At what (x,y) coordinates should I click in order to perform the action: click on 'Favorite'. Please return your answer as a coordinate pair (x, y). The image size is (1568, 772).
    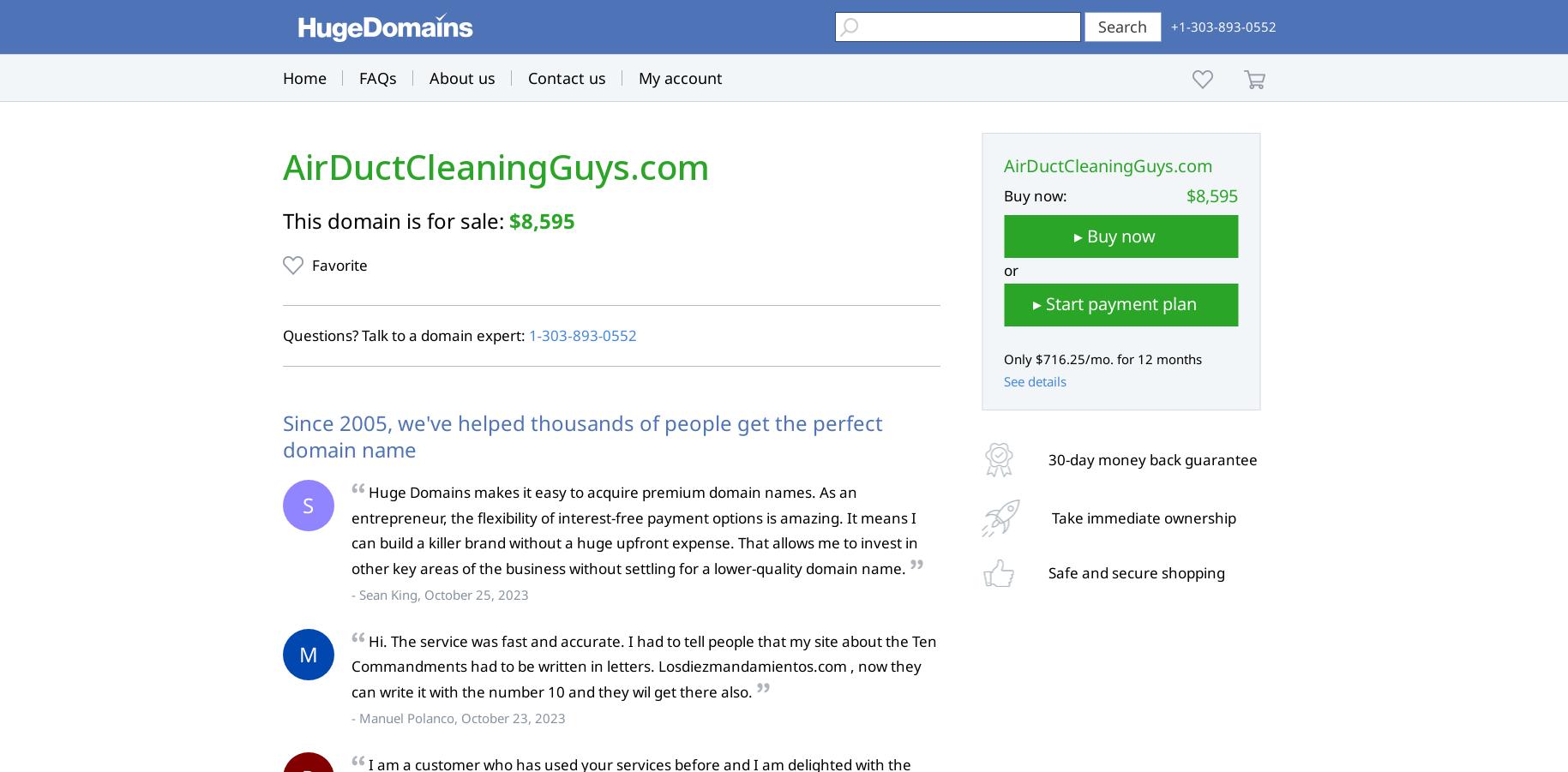
    Looking at the image, I should click on (339, 265).